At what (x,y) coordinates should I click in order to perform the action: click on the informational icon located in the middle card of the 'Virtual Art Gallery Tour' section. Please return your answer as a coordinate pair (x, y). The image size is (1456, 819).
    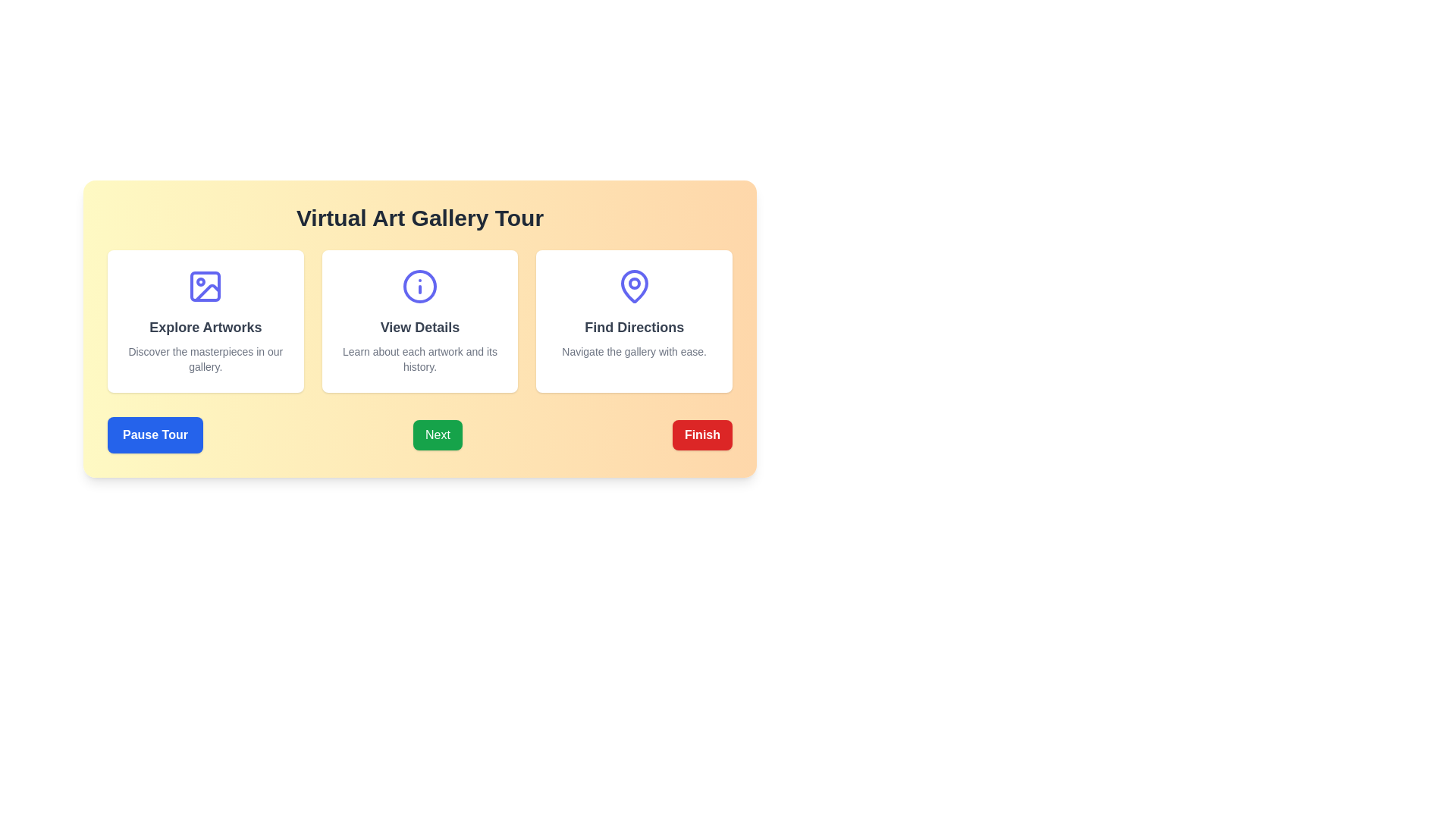
    Looking at the image, I should click on (419, 287).